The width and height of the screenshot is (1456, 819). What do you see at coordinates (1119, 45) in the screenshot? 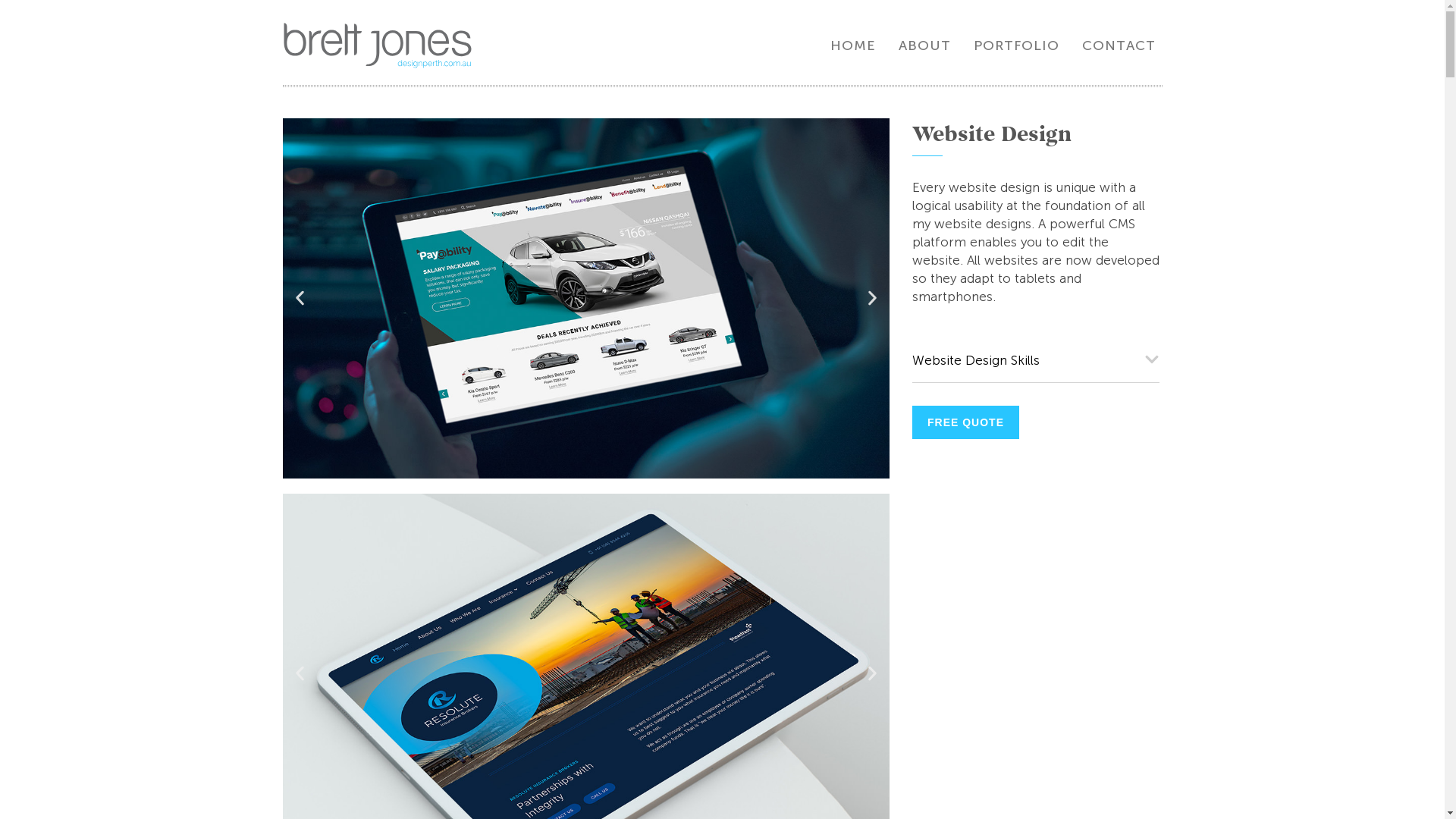
I see `'CONTACT'` at bounding box center [1119, 45].